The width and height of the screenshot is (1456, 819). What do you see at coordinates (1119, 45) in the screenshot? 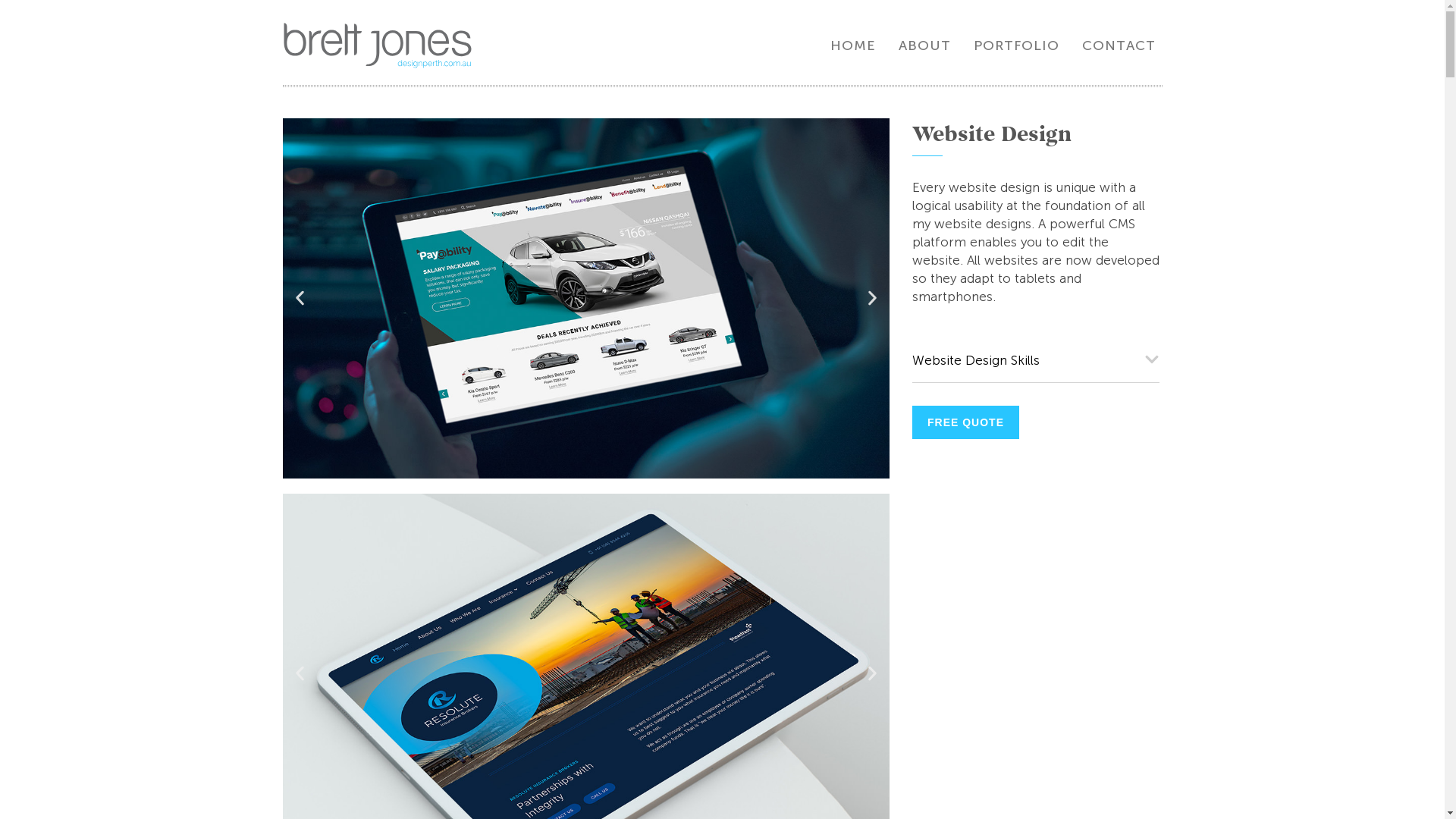
I see `'CONTACT'` at bounding box center [1119, 45].